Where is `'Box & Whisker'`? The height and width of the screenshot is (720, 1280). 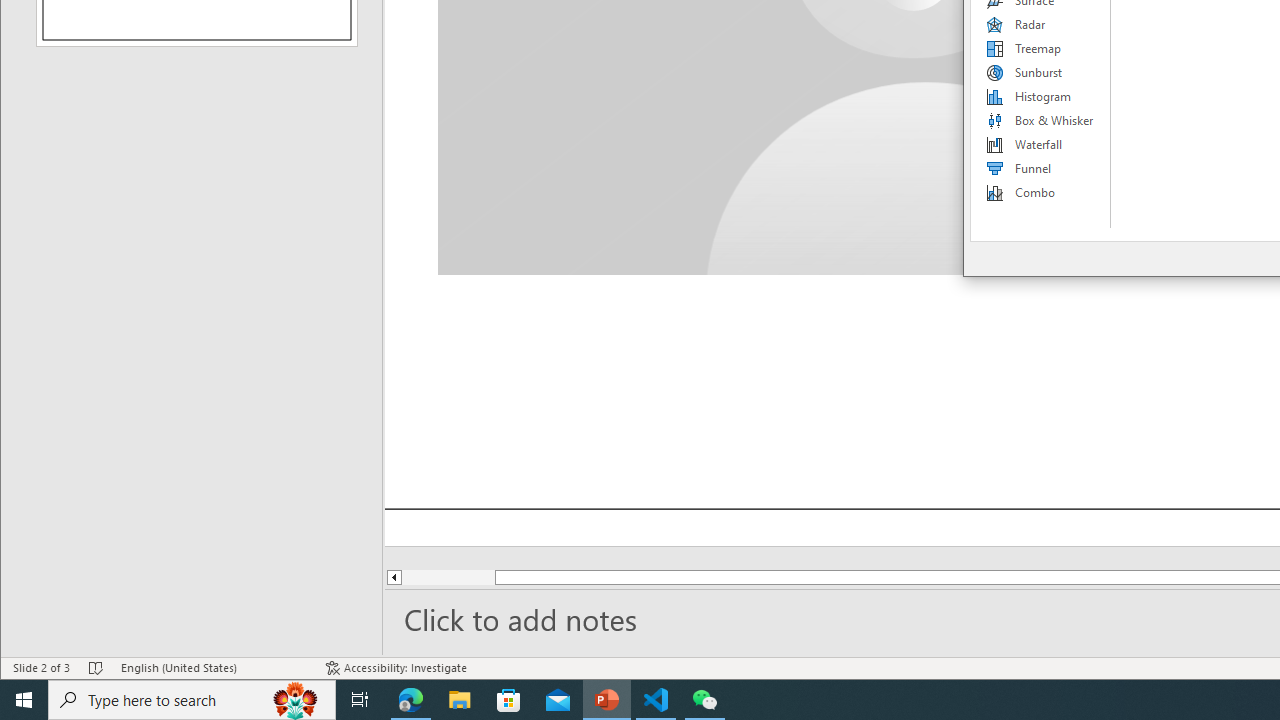
'Box & Whisker' is located at coordinates (1040, 120).